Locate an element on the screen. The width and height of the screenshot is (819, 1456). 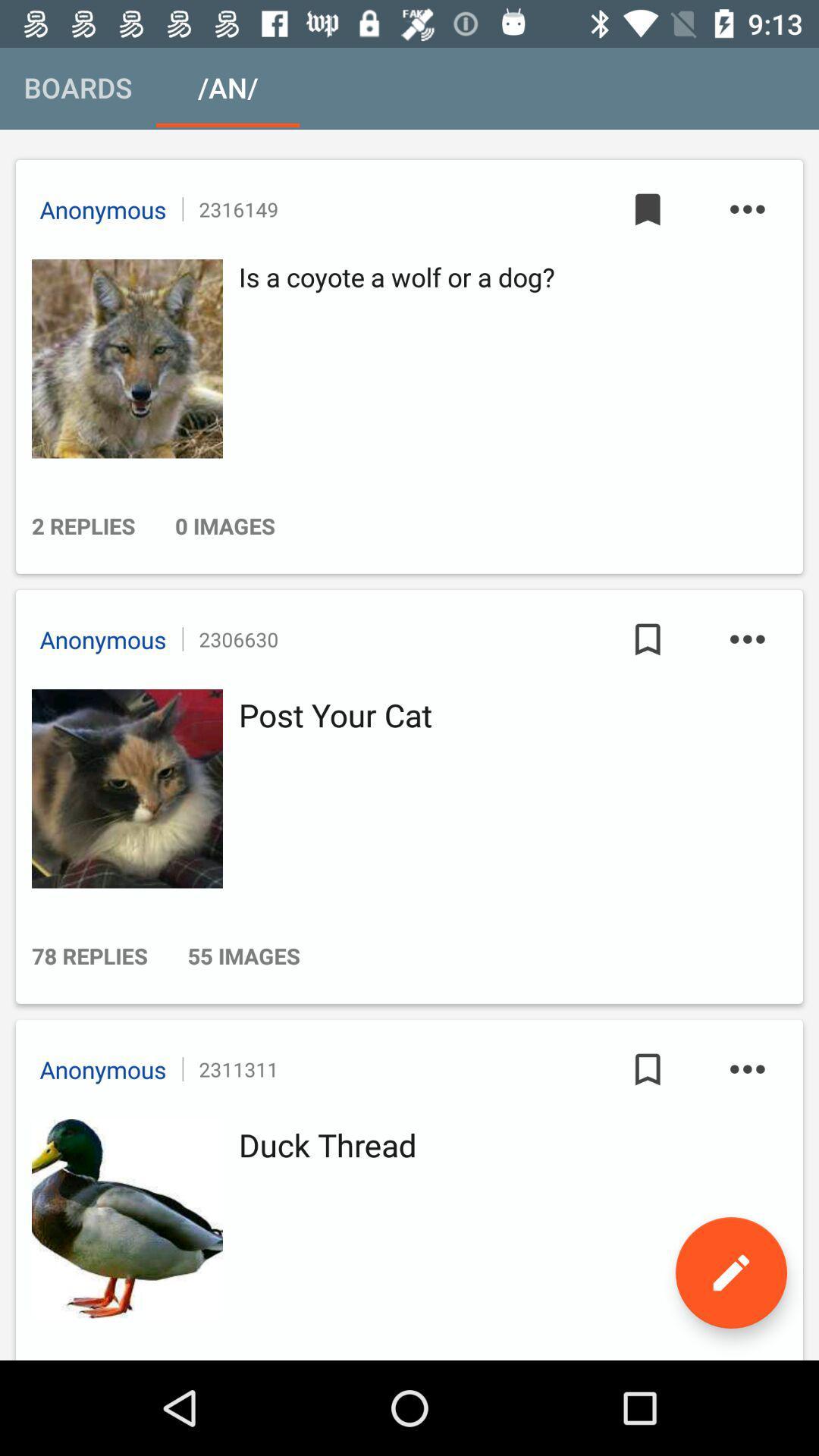
item to the right of the is a coyote icon is located at coordinates (648, 209).